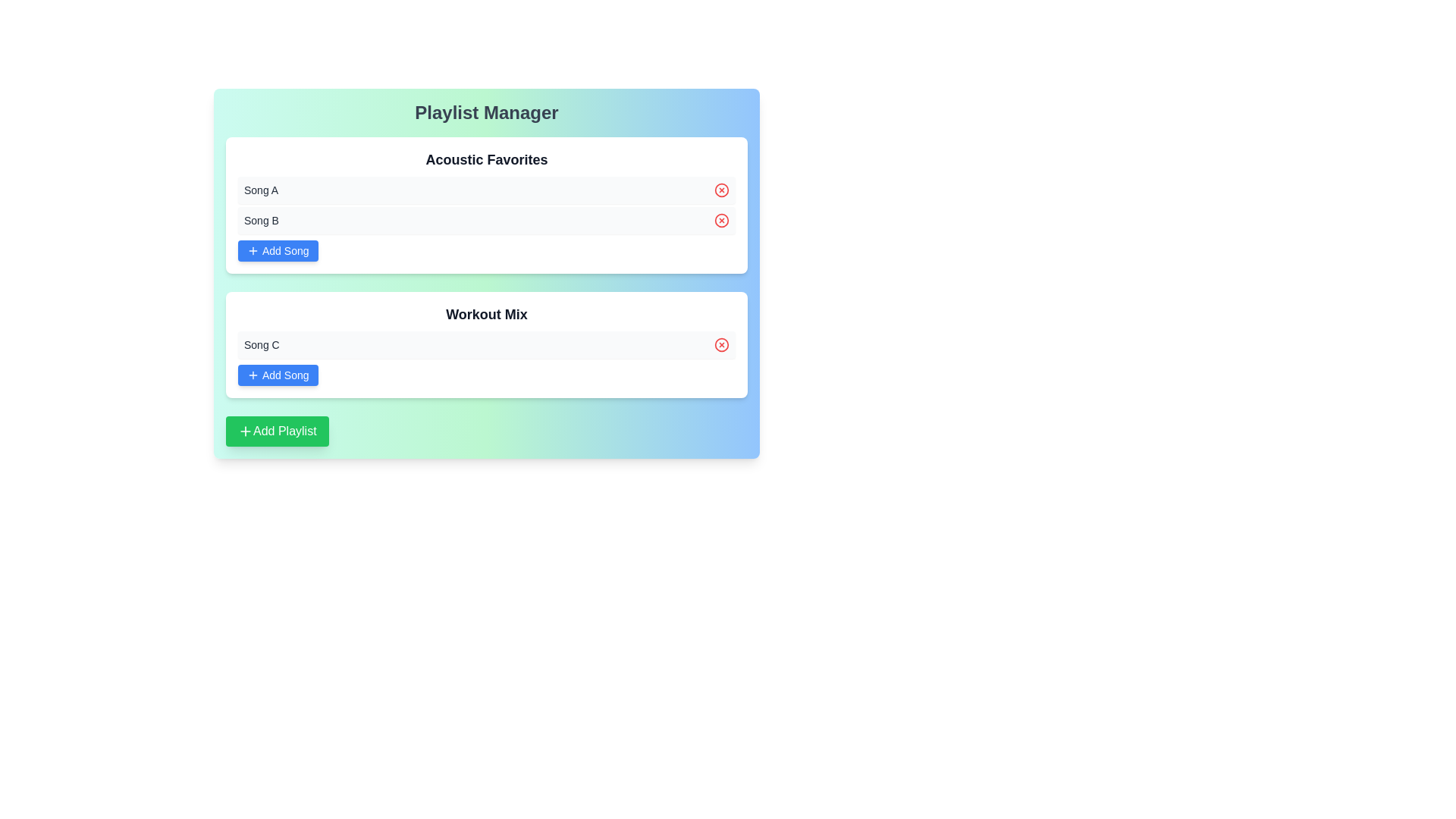  I want to click on the 'Workout Mix' text label, which is displayed in a large and bold font at the top of a white card with rounded corners, so click(487, 314).